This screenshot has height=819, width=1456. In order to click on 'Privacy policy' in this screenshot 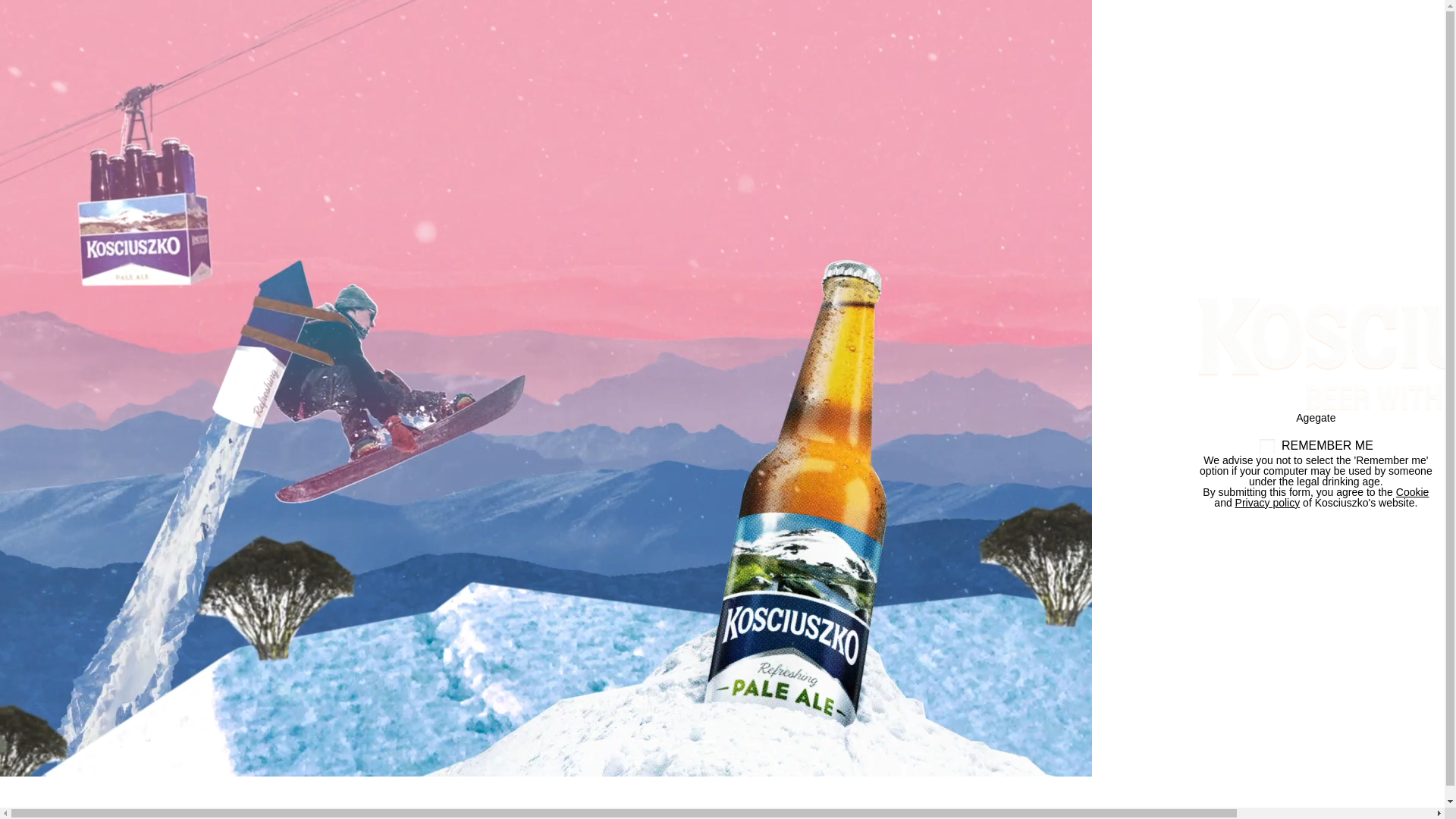, I will do `click(1267, 502)`.